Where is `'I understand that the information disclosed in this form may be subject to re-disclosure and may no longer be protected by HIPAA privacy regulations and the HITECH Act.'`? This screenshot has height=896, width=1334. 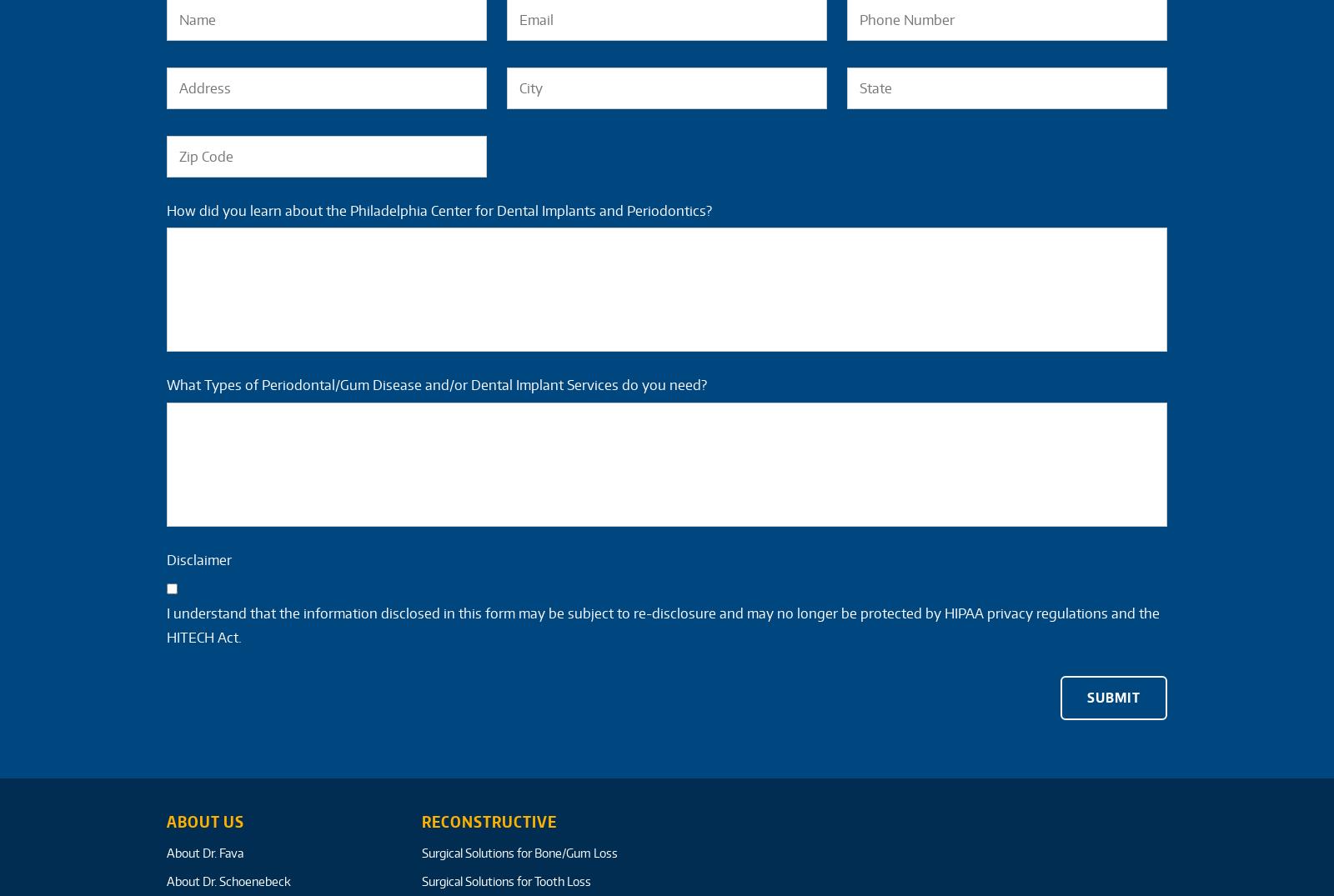
'I understand that the information disclosed in this form may be subject to re-disclosure and may no longer be protected by HIPAA privacy regulations and the HITECH Act.' is located at coordinates (663, 624).